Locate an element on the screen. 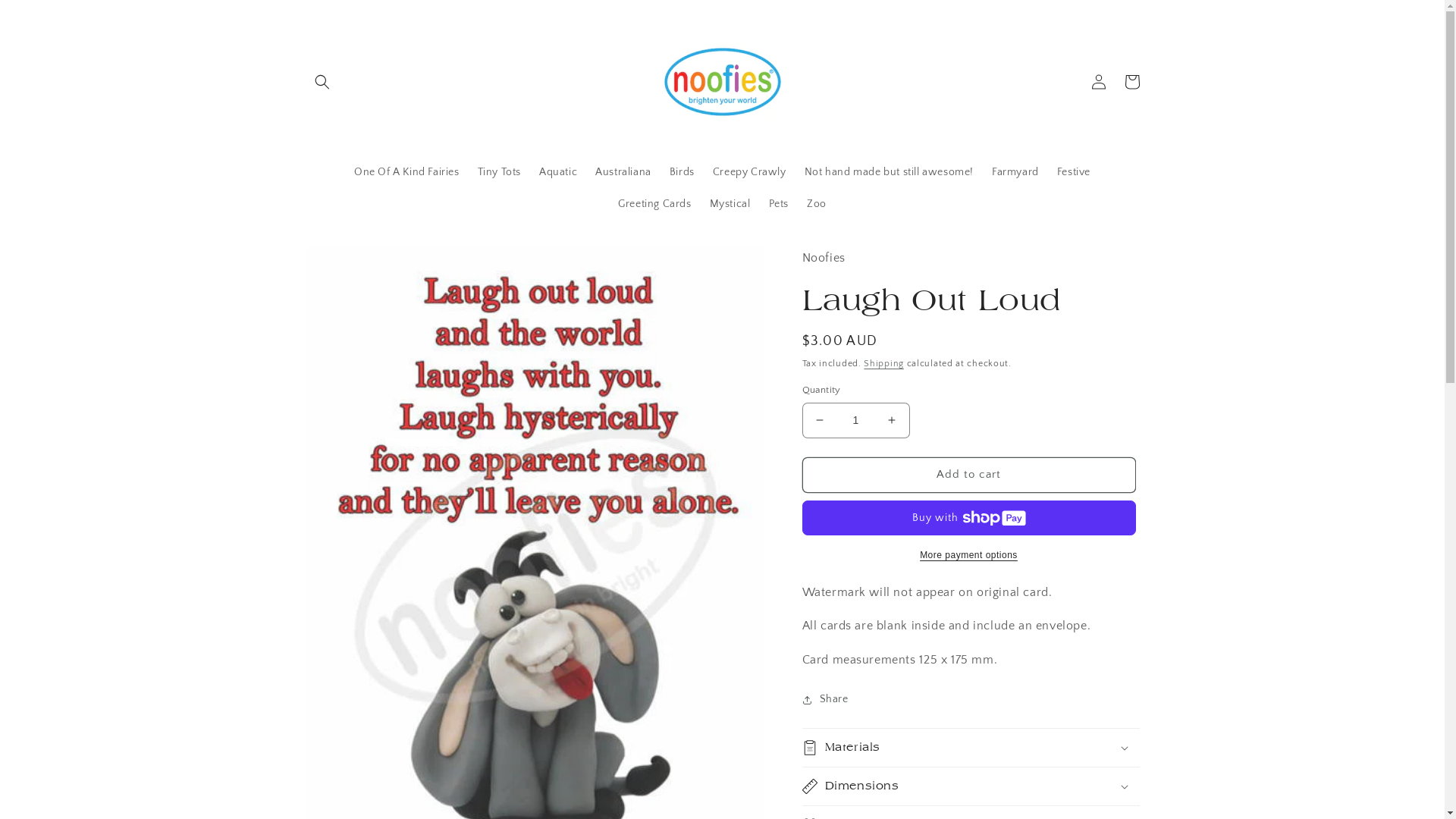  'Decrease quantity for Laugh Out Loud' is located at coordinates (818, 420).